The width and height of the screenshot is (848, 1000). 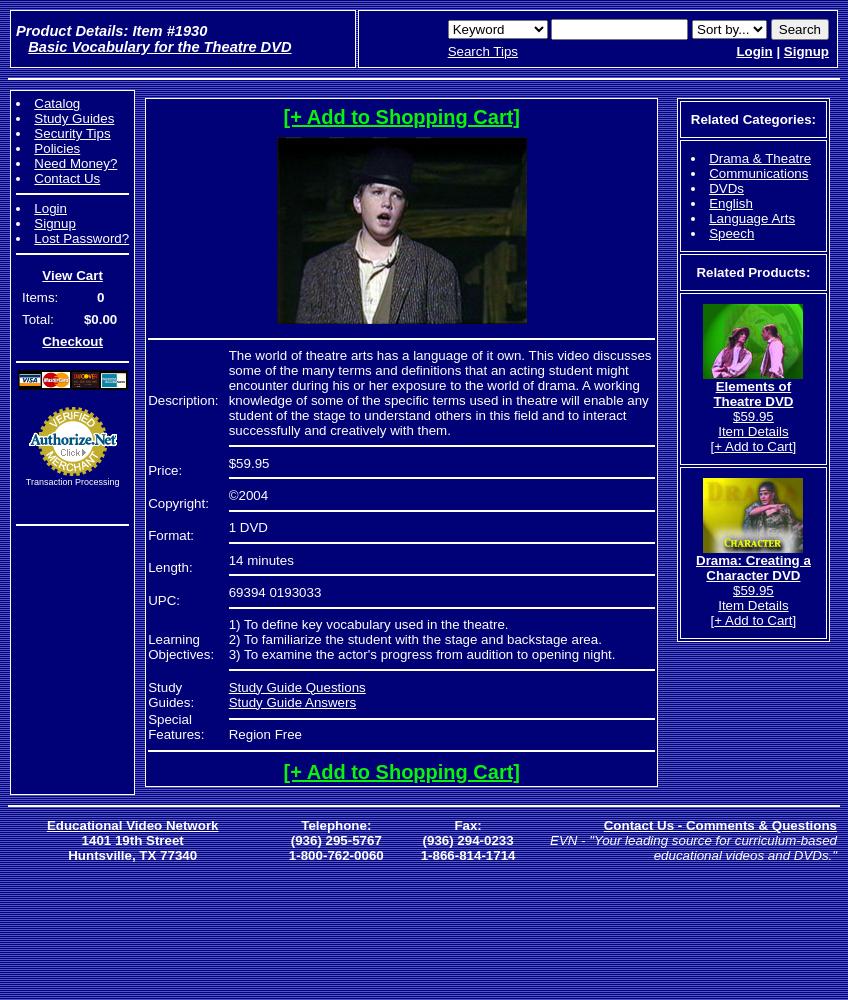 What do you see at coordinates (751, 217) in the screenshot?
I see `'Language Arts'` at bounding box center [751, 217].